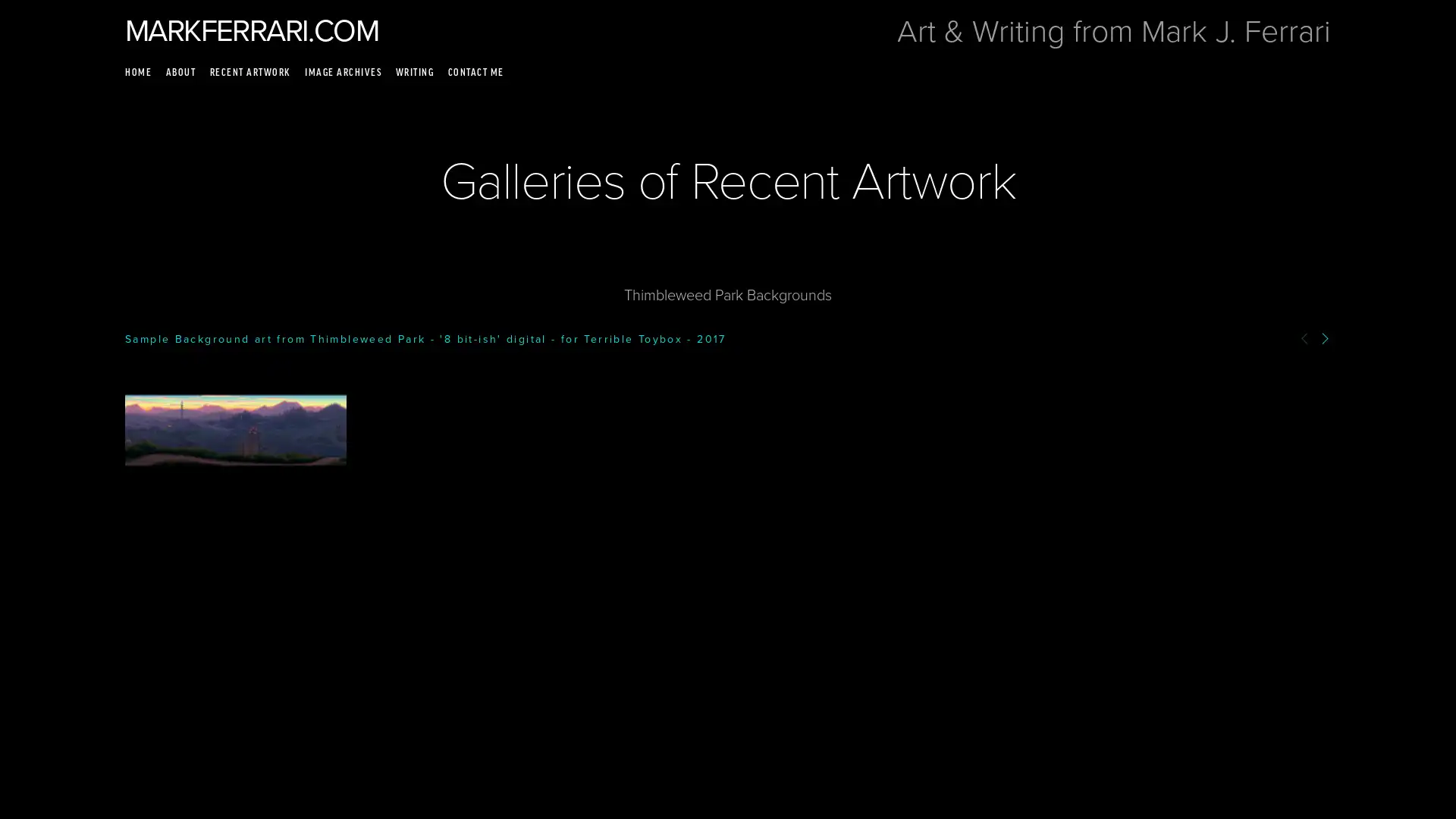 This screenshot has height=819, width=1456. I want to click on Previous, so click(1304, 337).